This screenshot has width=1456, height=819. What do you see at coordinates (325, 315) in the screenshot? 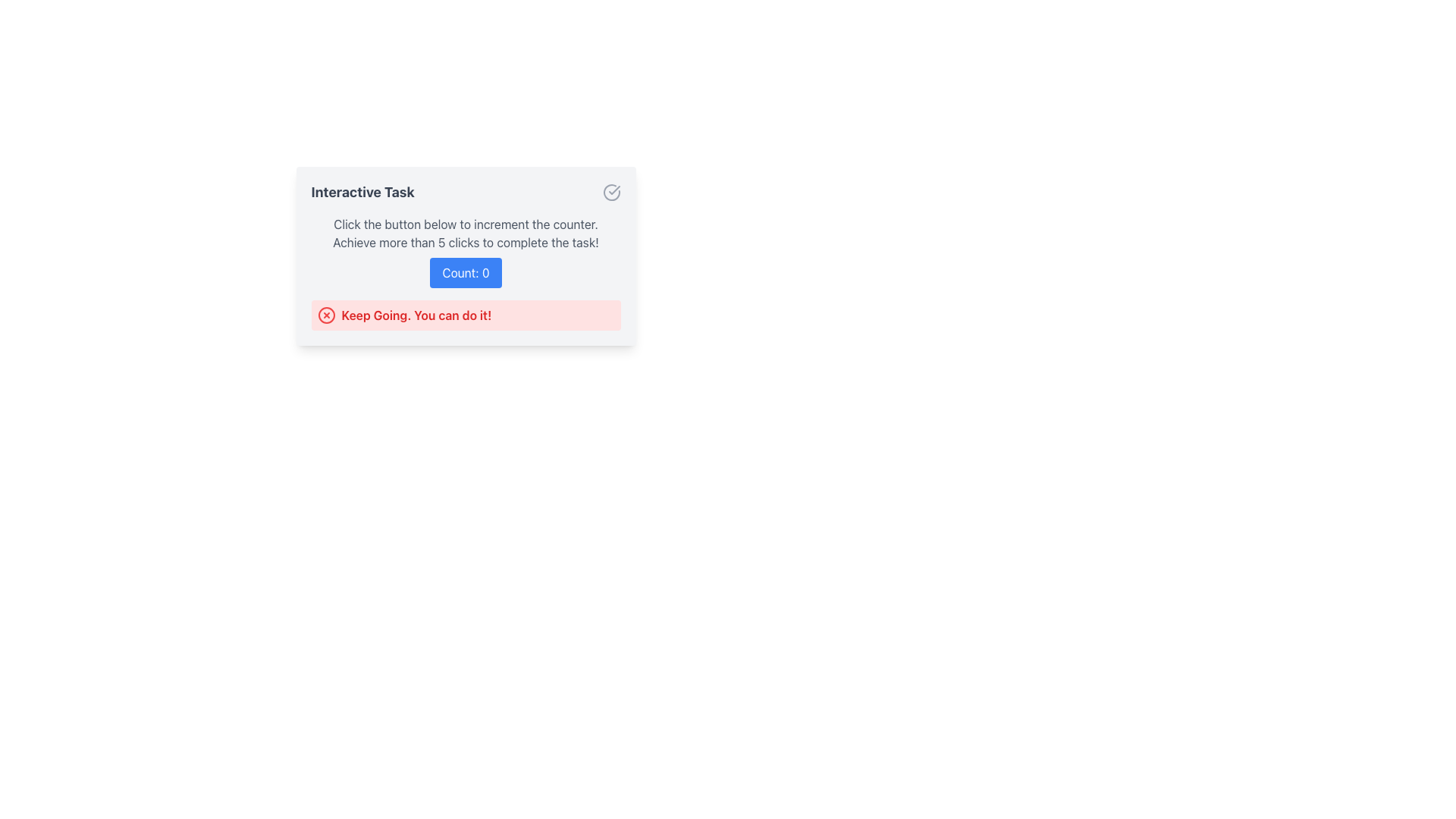
I see `the inner circular shape of the error icon located to the left of the red-and-white alert message box` at bounding box center [325, 315].